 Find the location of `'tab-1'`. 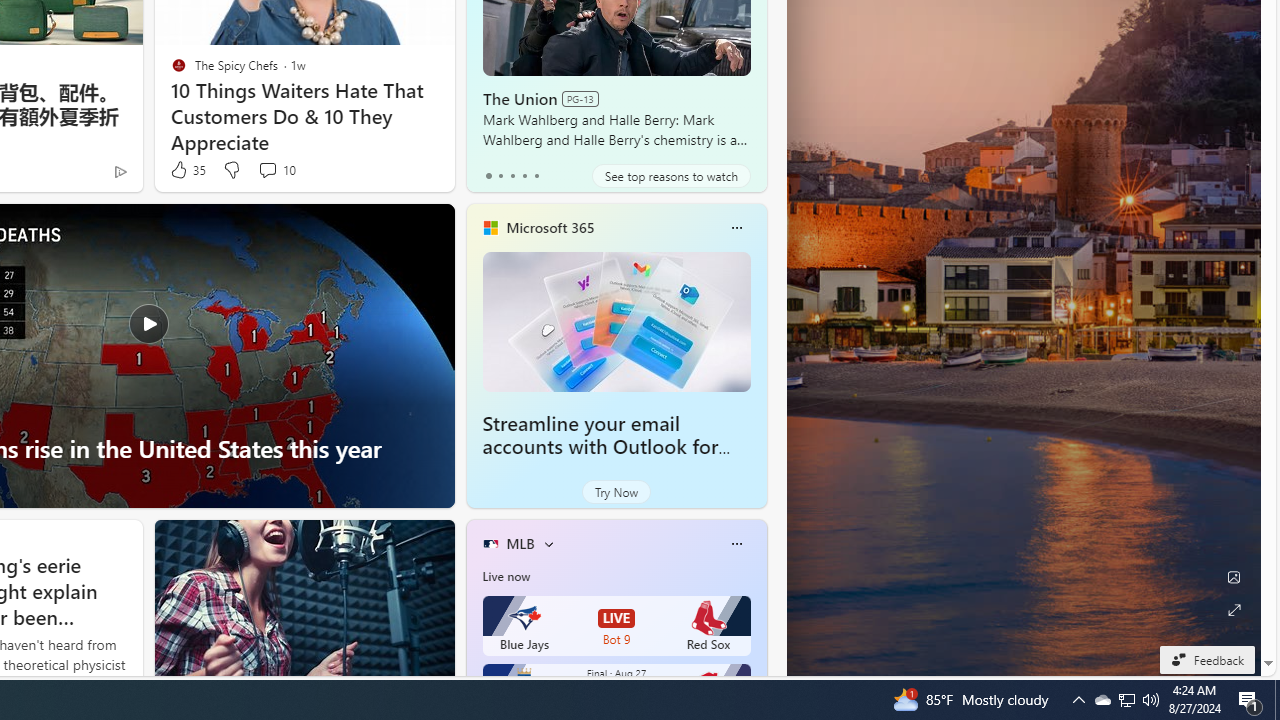

'tab-1' is located at coordinates (500, 175).